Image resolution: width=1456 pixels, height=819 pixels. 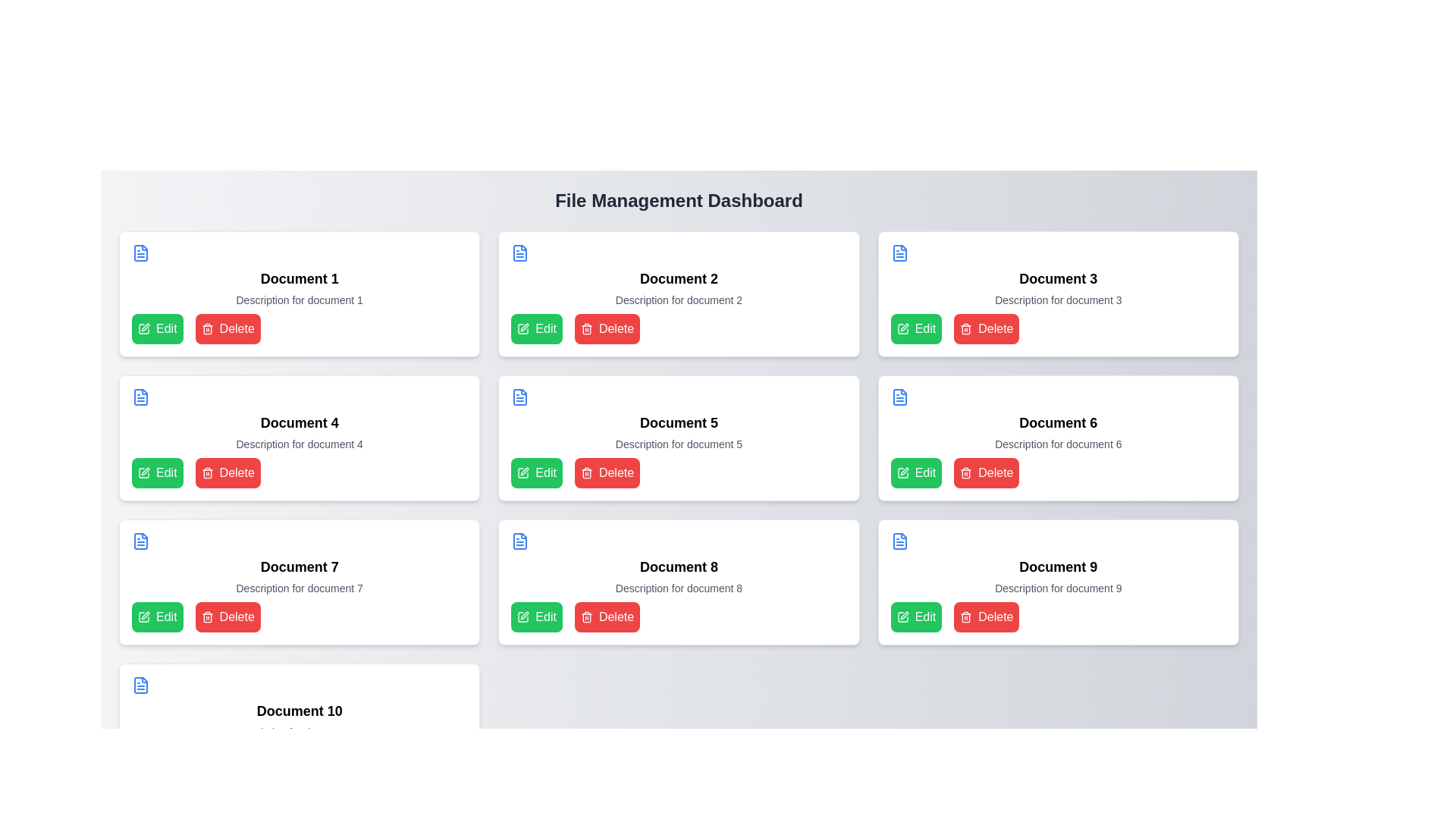 What do you see at coordinates (1057, 567) in the screenshot?
I see `the text label displaying the title of 'Document 9' located at the top of the document card in the fourth column and third row of the grid layout` at bounding box center [1057, 567].